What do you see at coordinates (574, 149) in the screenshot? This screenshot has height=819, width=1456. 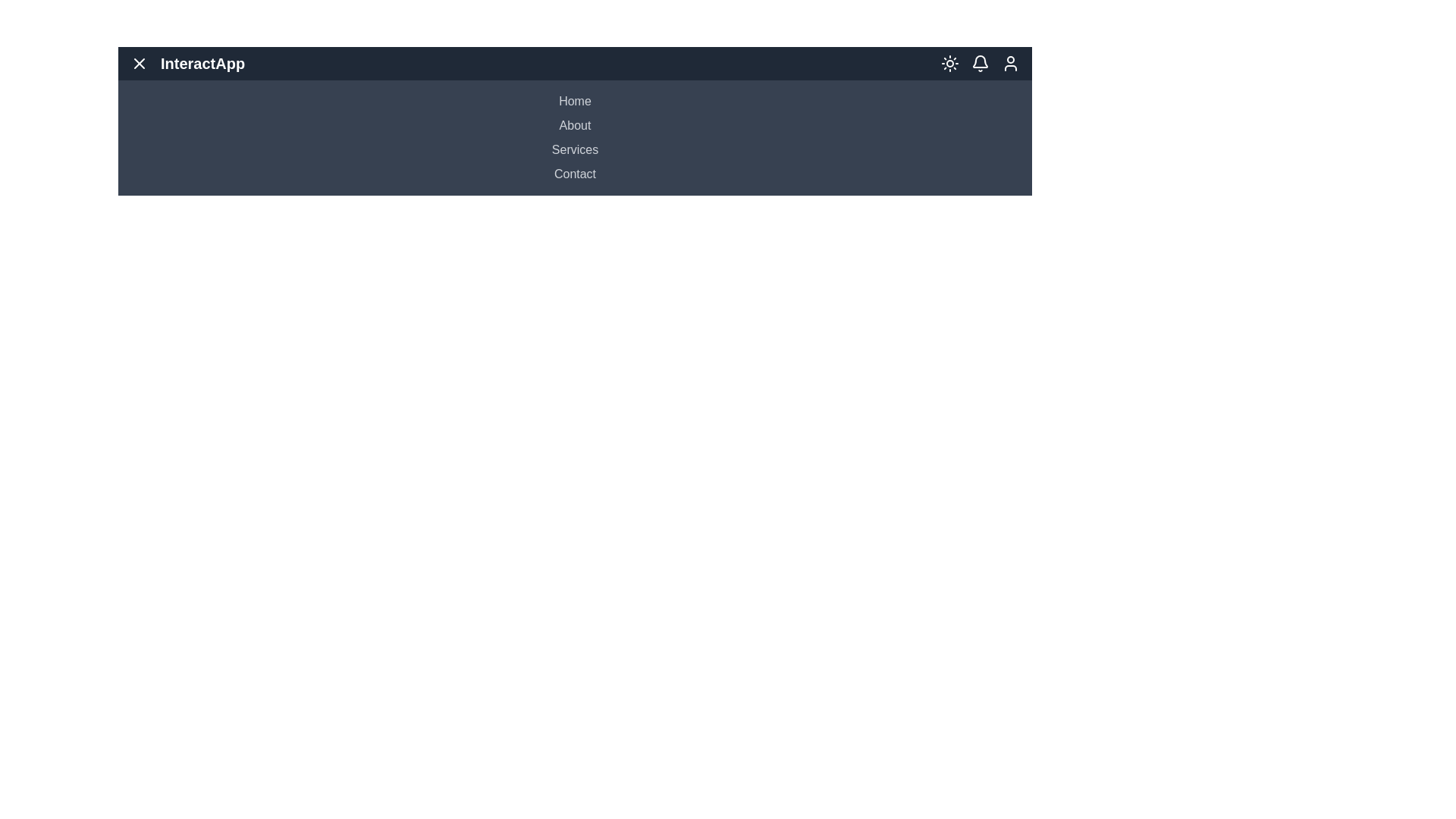 I see `the menu item Services to navigate to the respective section` at bounding box center [574, 149].